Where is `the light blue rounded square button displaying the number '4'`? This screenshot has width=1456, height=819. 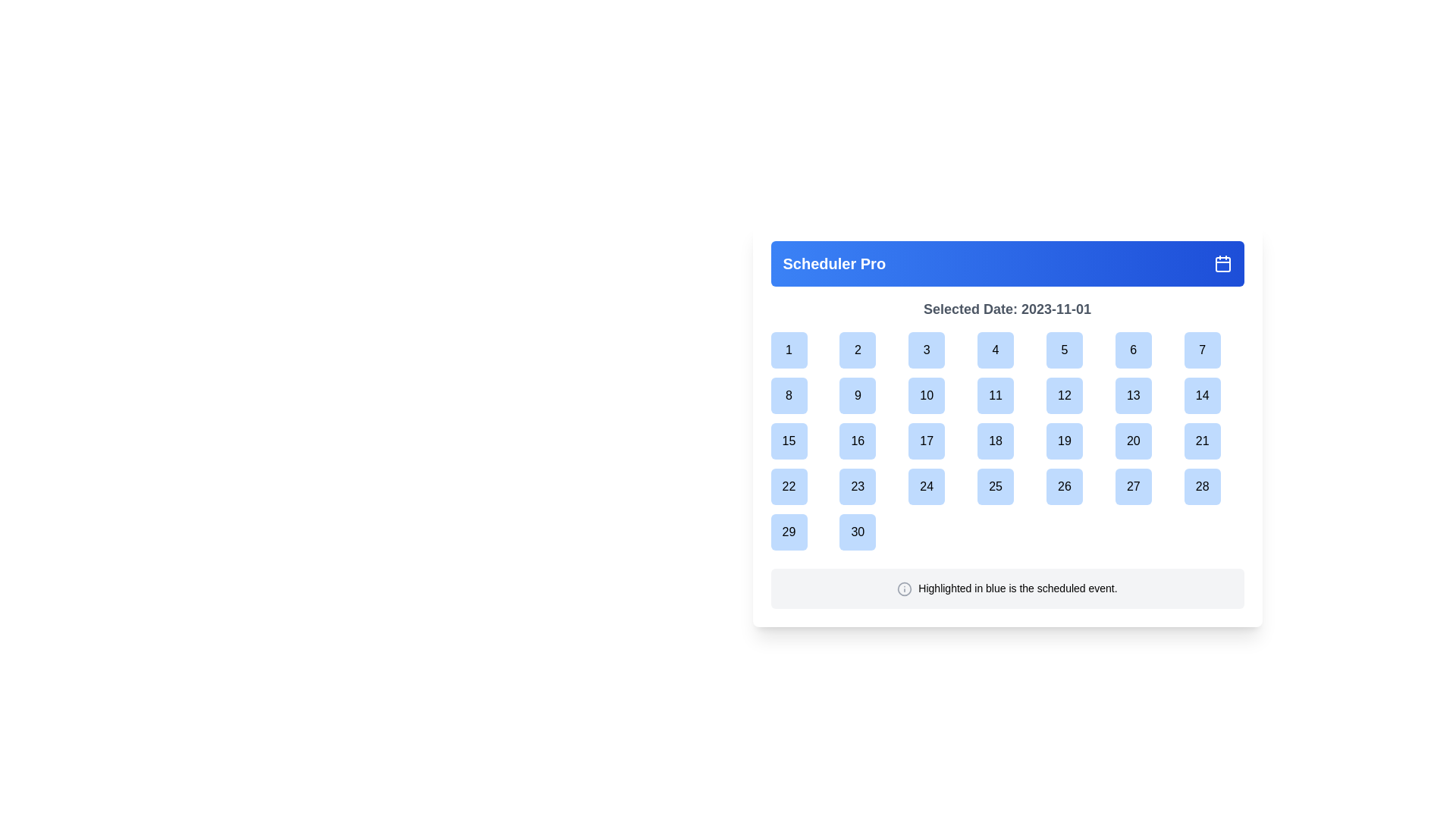 the light blue rounded square button displaying the number '4' is located at coordinates (996, 350).